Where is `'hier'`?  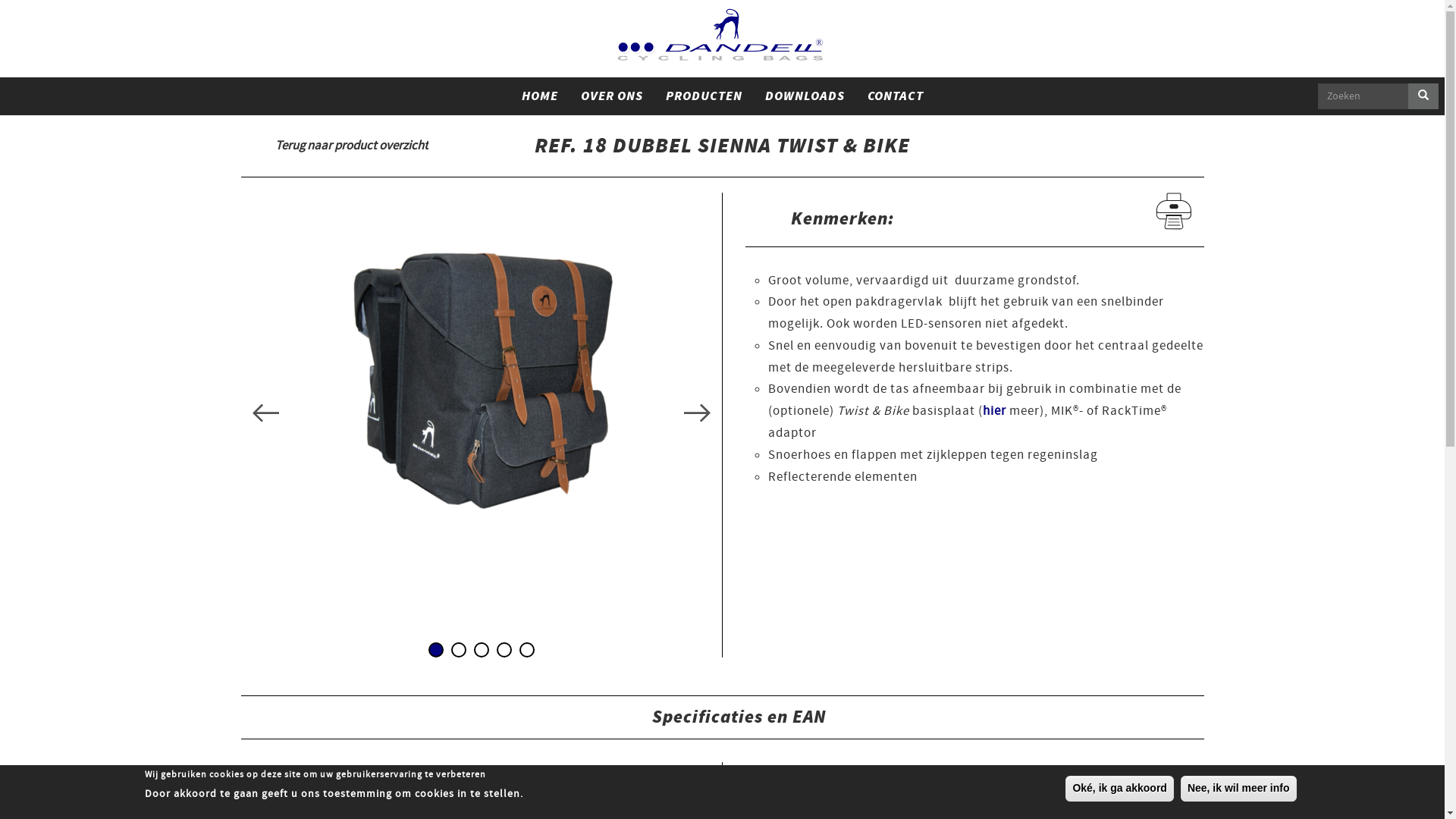 'hier' is located at coordinates (994, 411).